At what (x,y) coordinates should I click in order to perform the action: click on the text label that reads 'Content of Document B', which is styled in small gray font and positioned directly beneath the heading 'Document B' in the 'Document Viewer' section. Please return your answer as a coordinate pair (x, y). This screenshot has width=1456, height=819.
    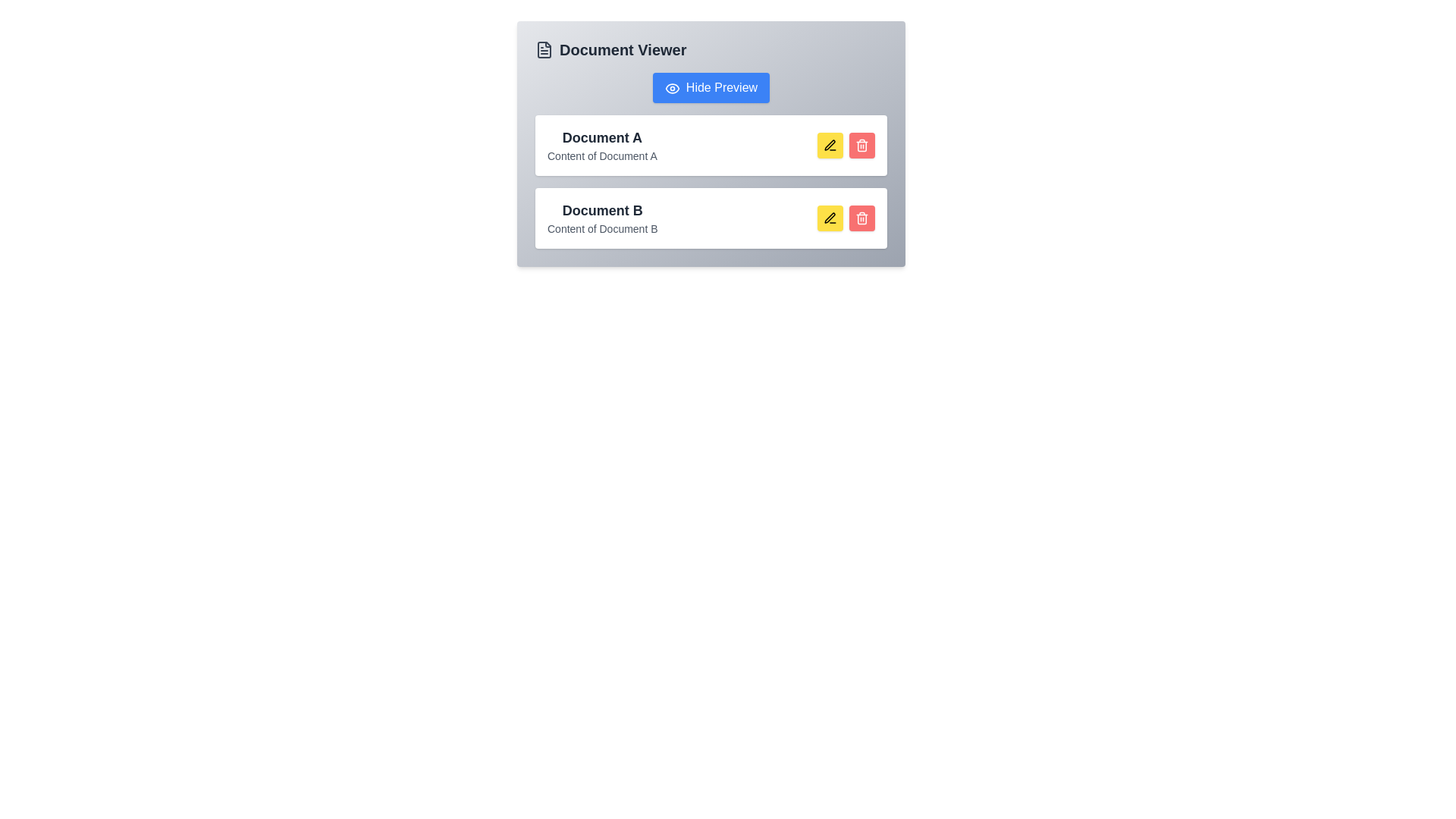
    Looking at the image, I should click on (601, 228).